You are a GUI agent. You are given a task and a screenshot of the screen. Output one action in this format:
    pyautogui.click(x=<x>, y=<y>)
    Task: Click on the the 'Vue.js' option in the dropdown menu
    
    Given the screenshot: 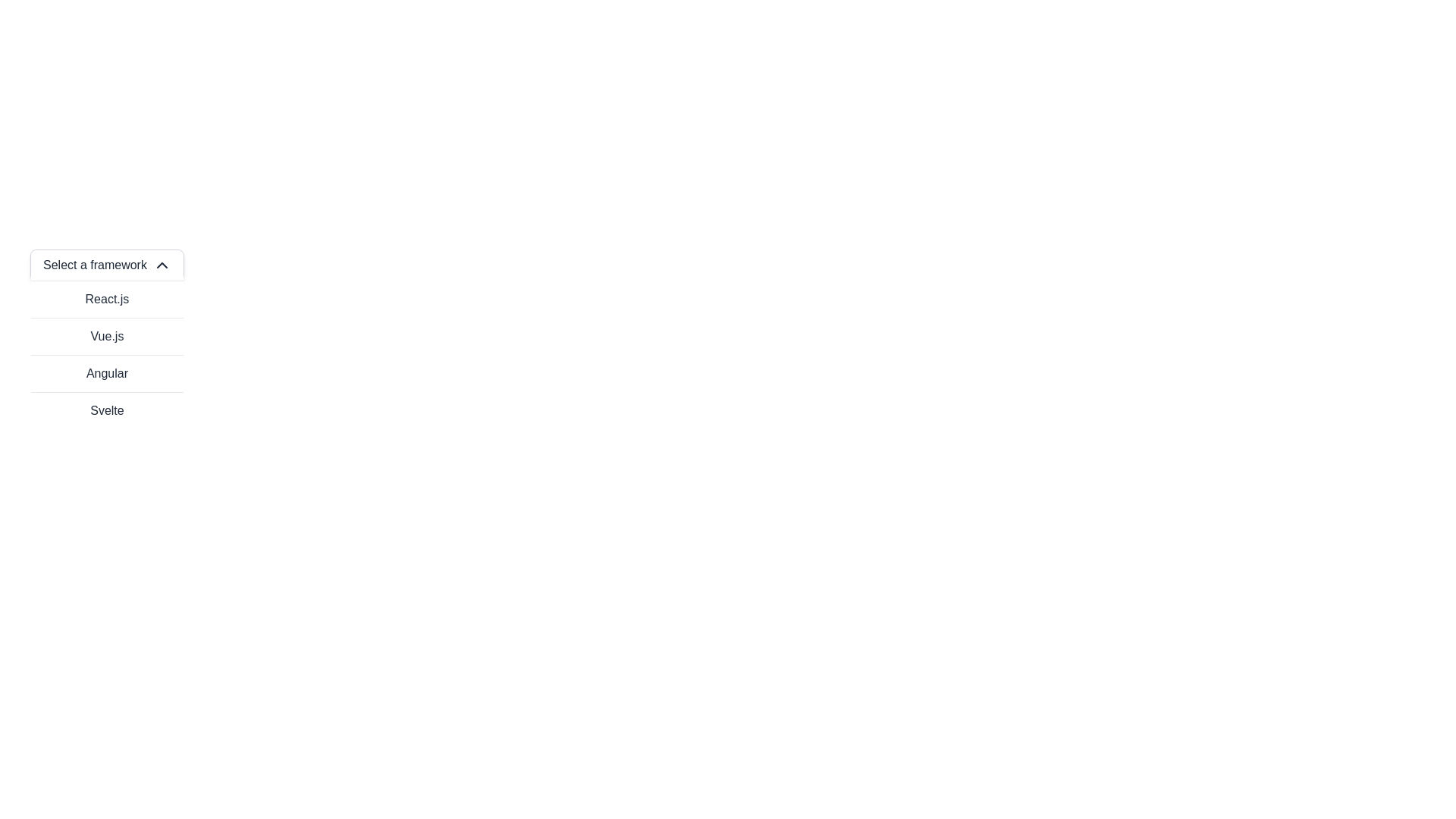 What is the action you would take?
    pyautogui.click(x=106, y=335)
    